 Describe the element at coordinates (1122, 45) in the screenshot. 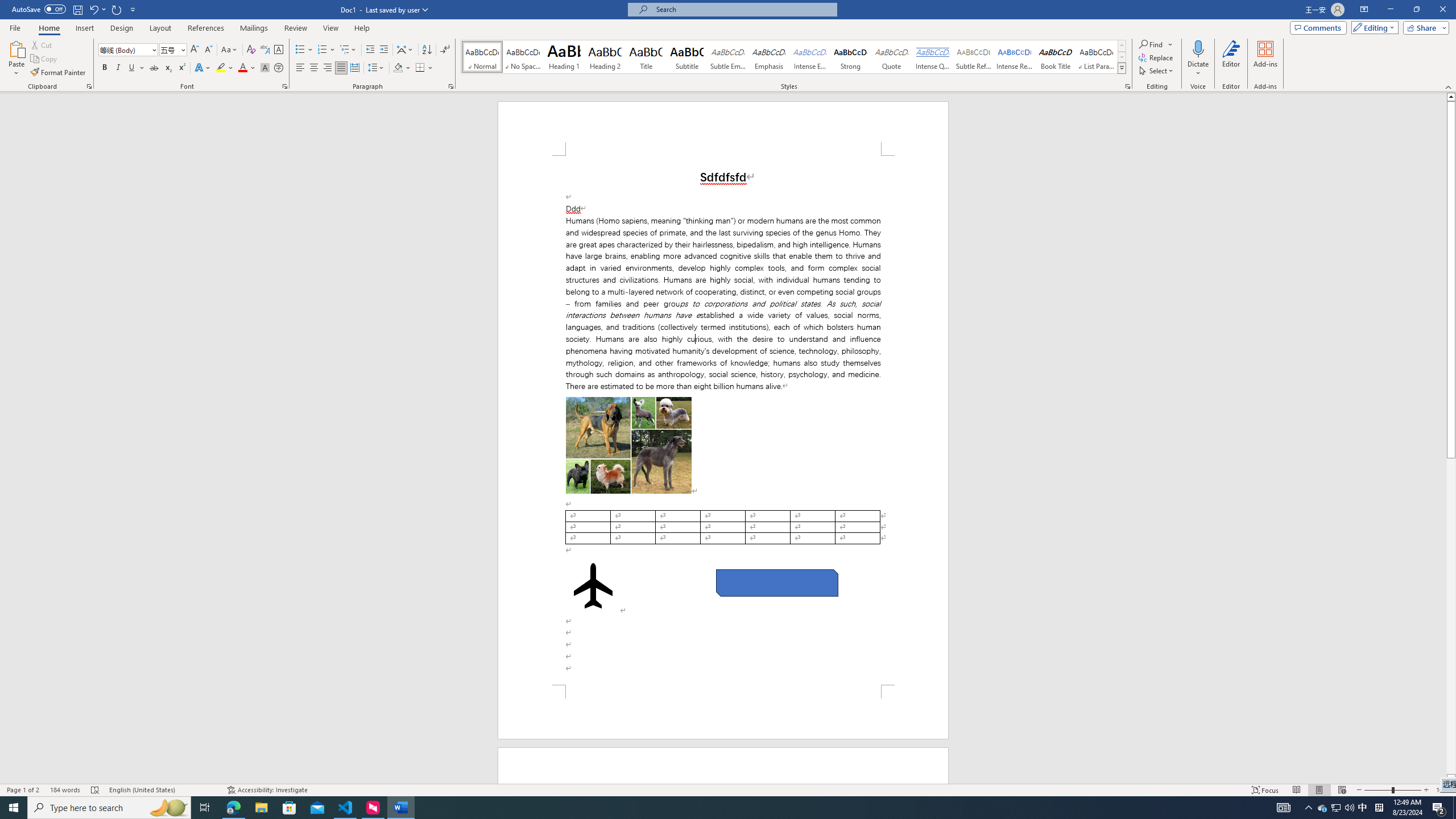

I see `'Row up'` at that location.